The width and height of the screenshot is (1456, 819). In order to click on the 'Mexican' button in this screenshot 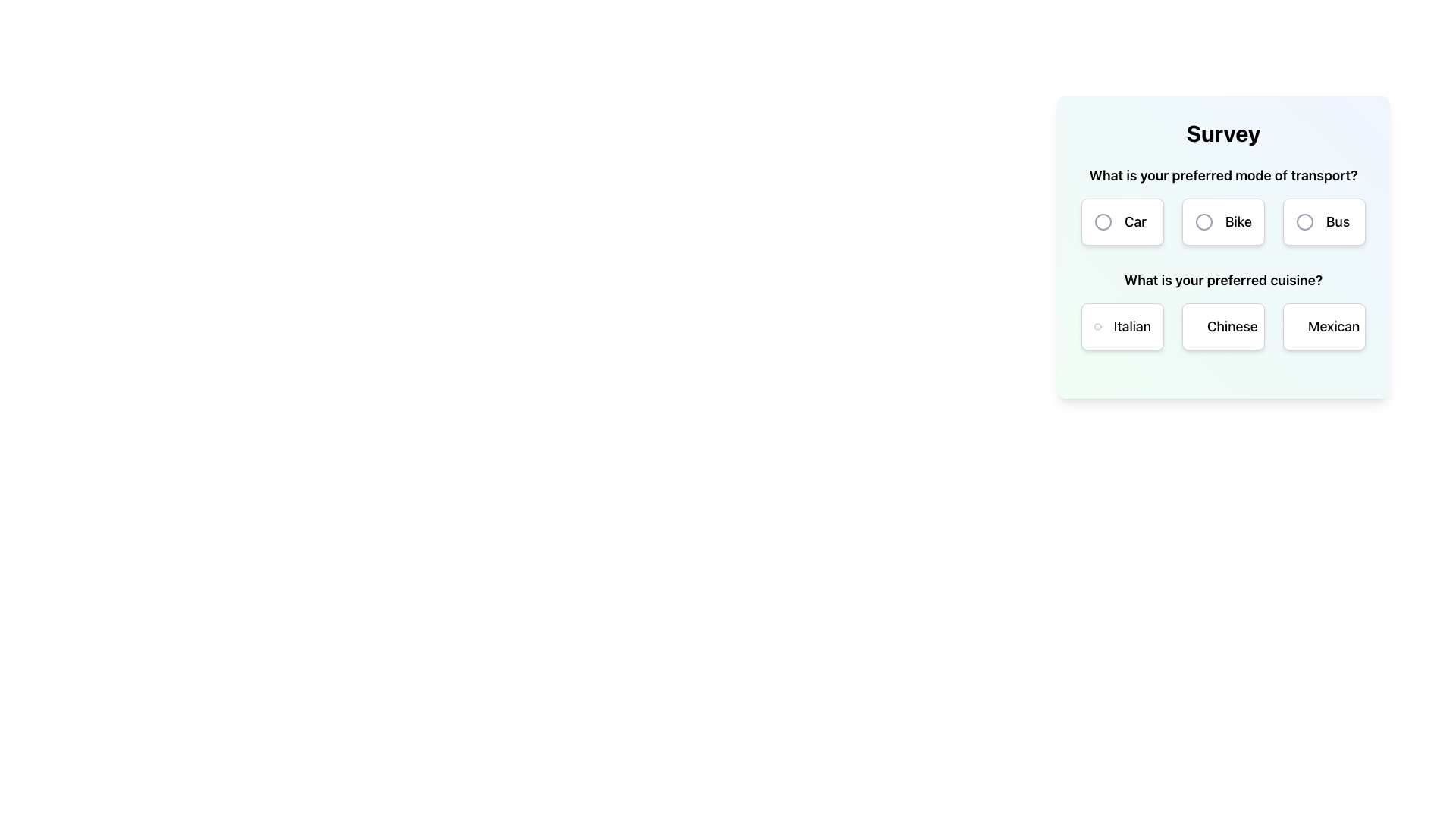, I will do `click(1323, 326)`.